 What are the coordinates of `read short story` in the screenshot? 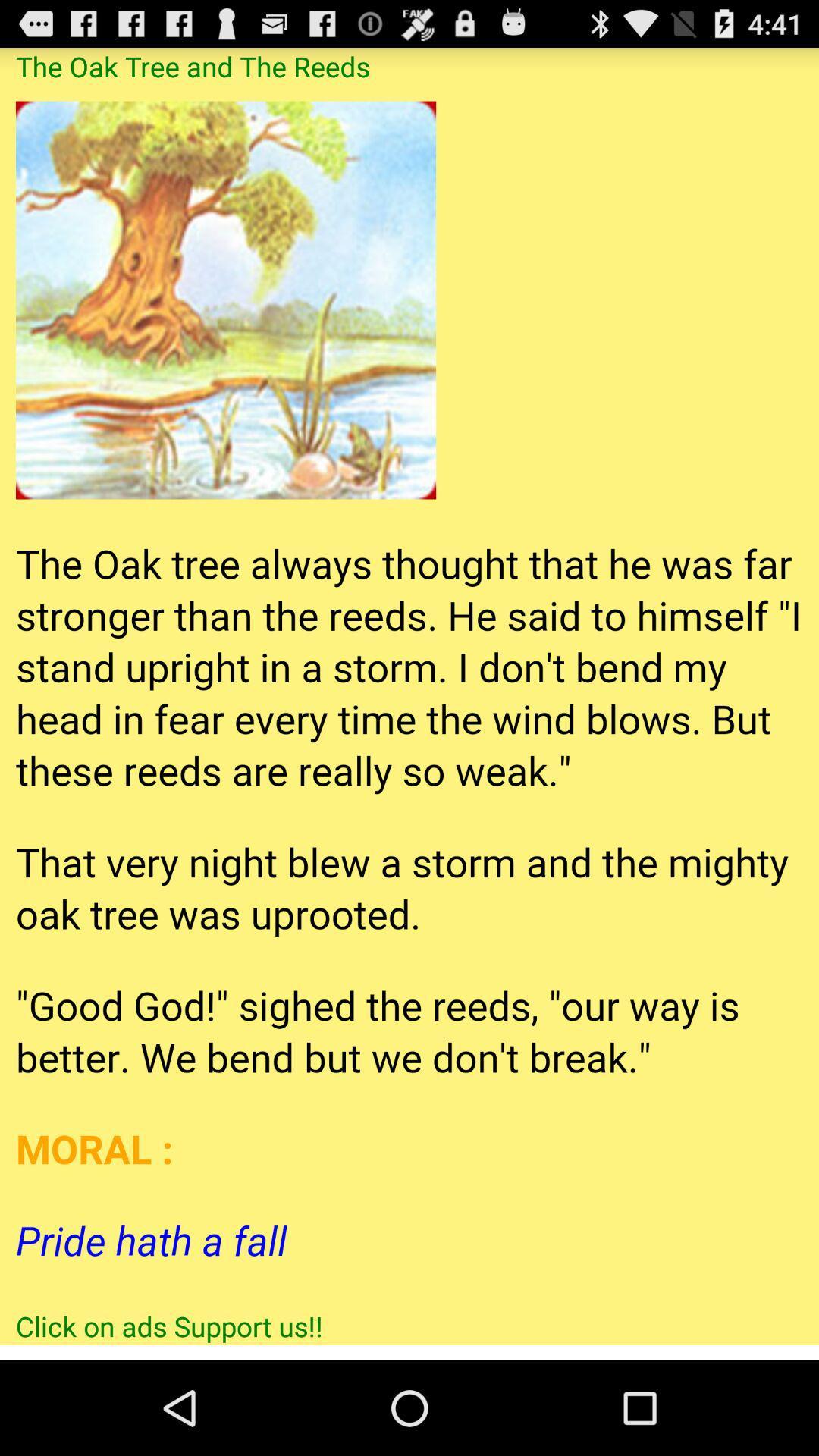 It's located at (409, 695).